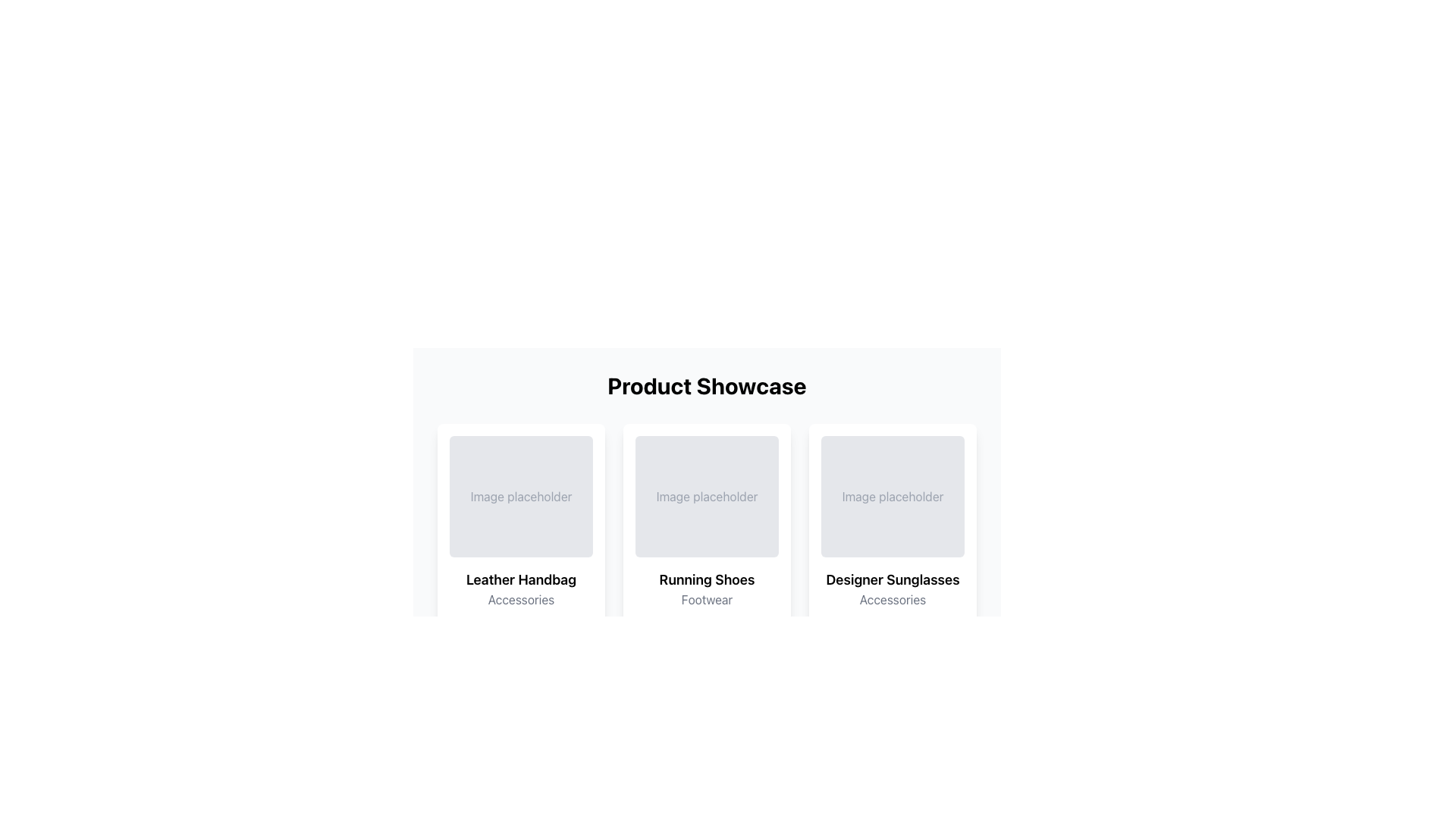 This screenshot has height=819, width=1456. I want to click on the Image Placeholder which visually represents a missing or to-be-loaded image in the product card labeled 'Designer Sunglasses', so click(893, 497).